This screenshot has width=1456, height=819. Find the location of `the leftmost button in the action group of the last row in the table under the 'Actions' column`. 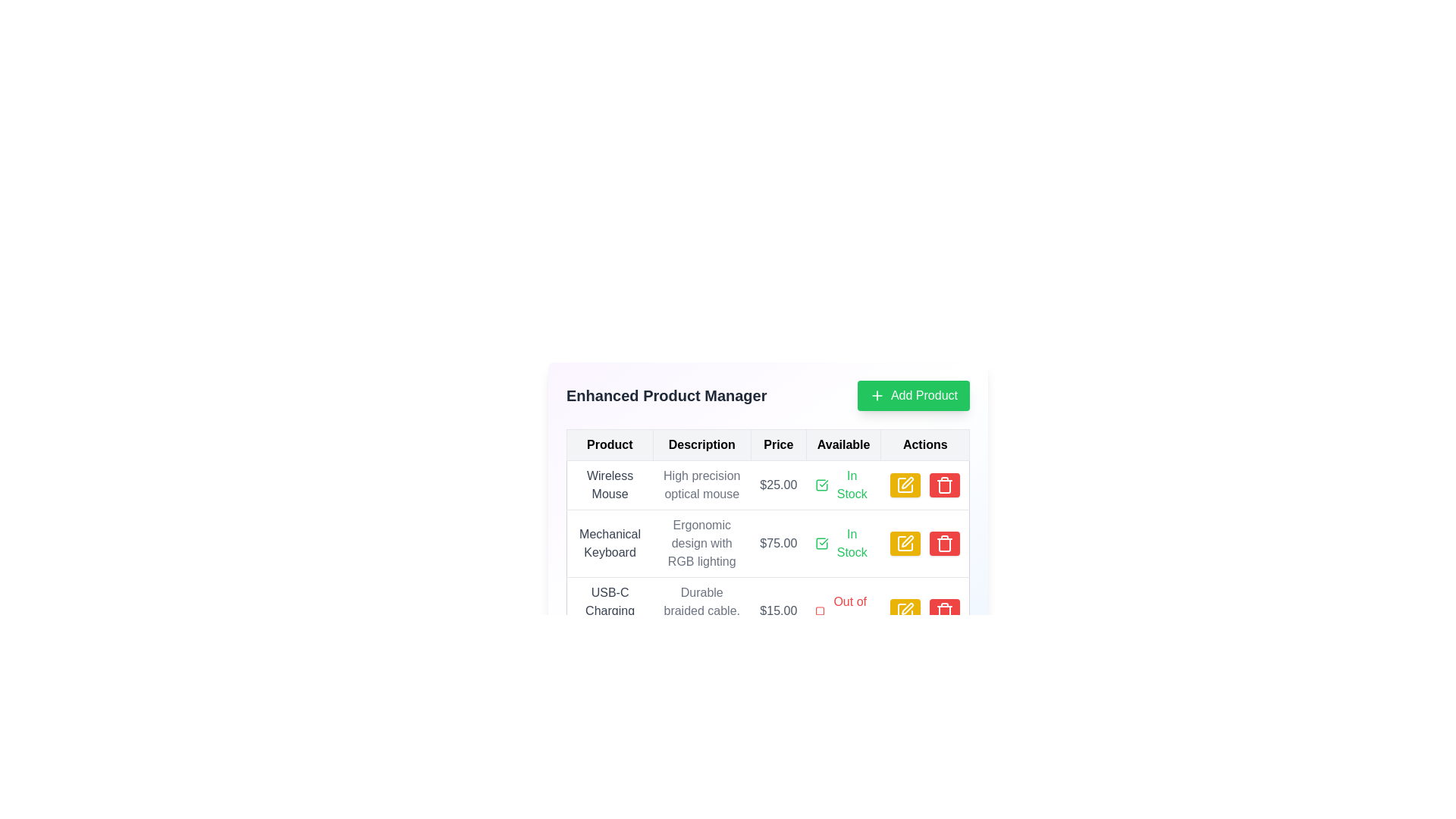

the leftmost button in the action group of the last row in the table under the 'Actions' column is located at coordinates (905, 610).